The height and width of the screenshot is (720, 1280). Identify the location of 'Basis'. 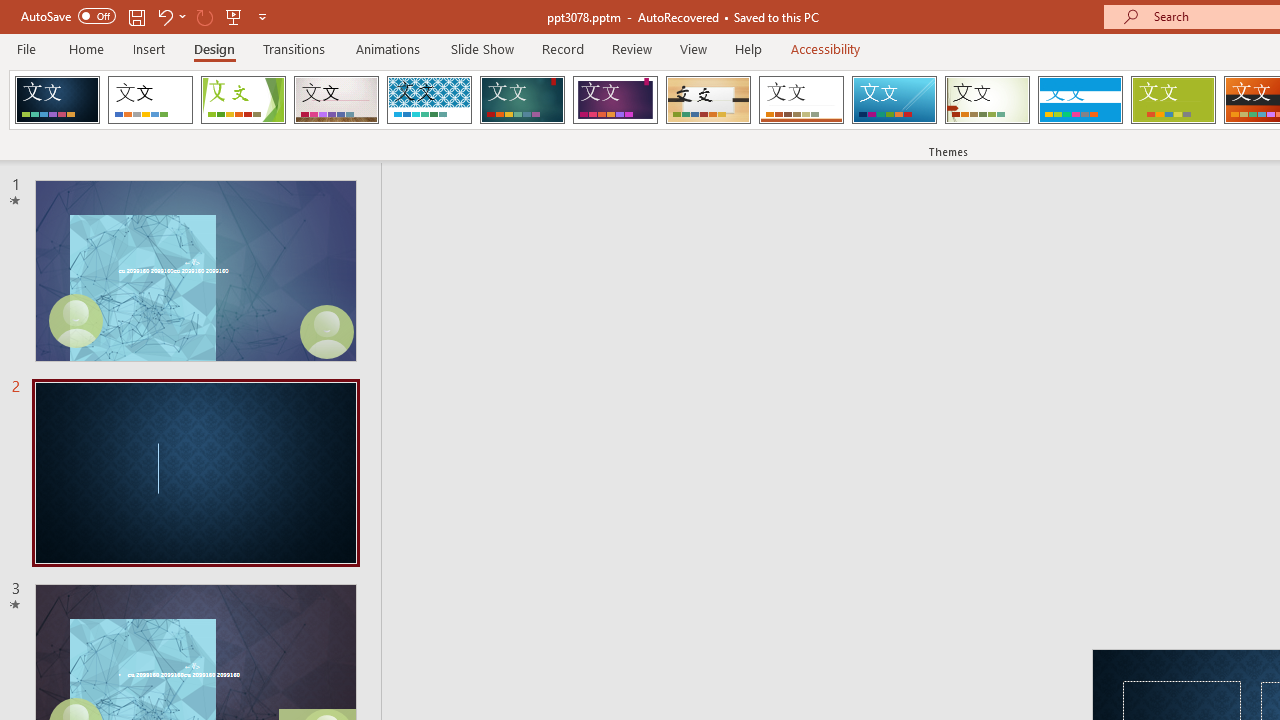
(1173, 100).